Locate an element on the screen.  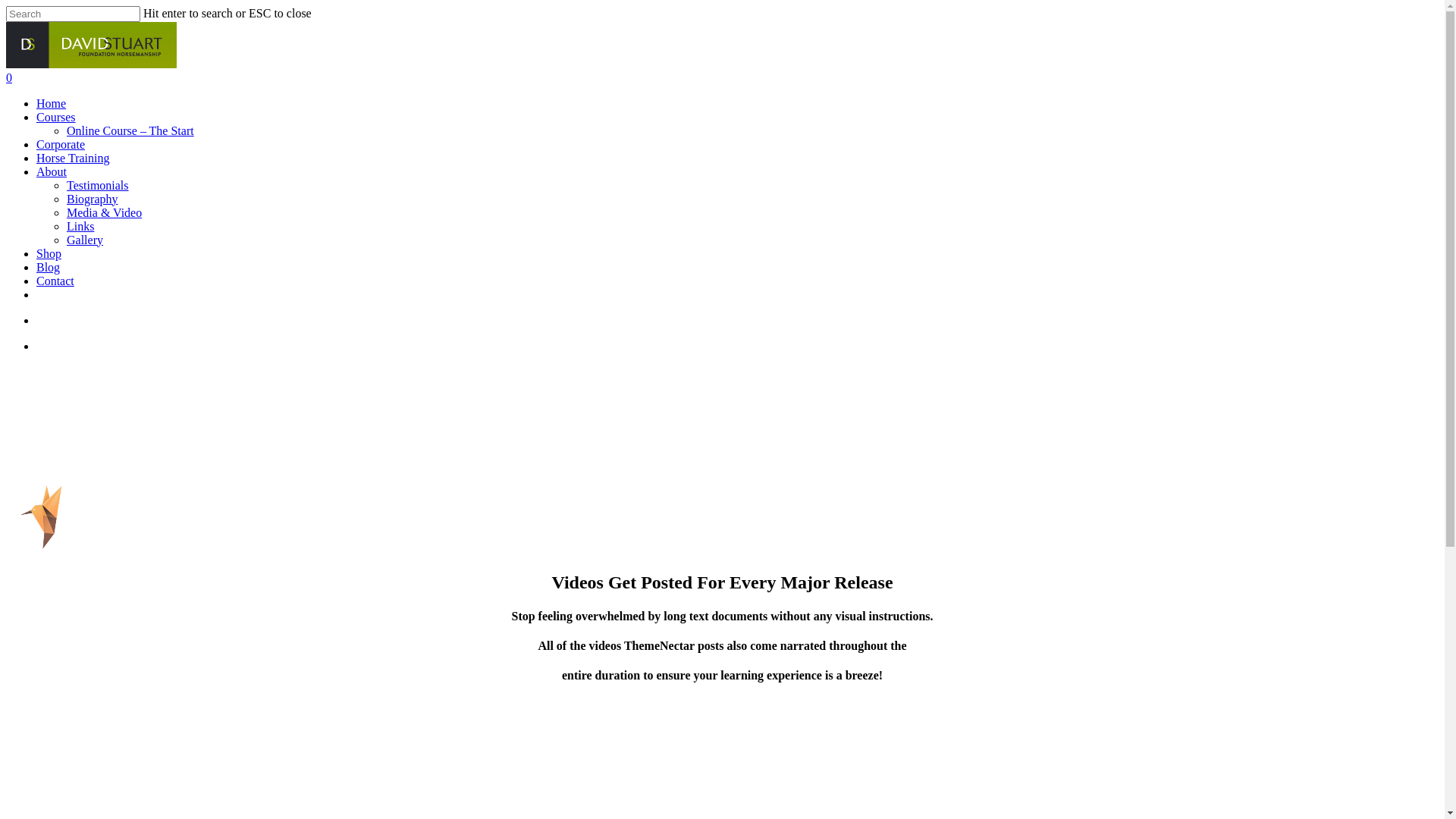
'Corporate' is located at coordinates (61, 144).